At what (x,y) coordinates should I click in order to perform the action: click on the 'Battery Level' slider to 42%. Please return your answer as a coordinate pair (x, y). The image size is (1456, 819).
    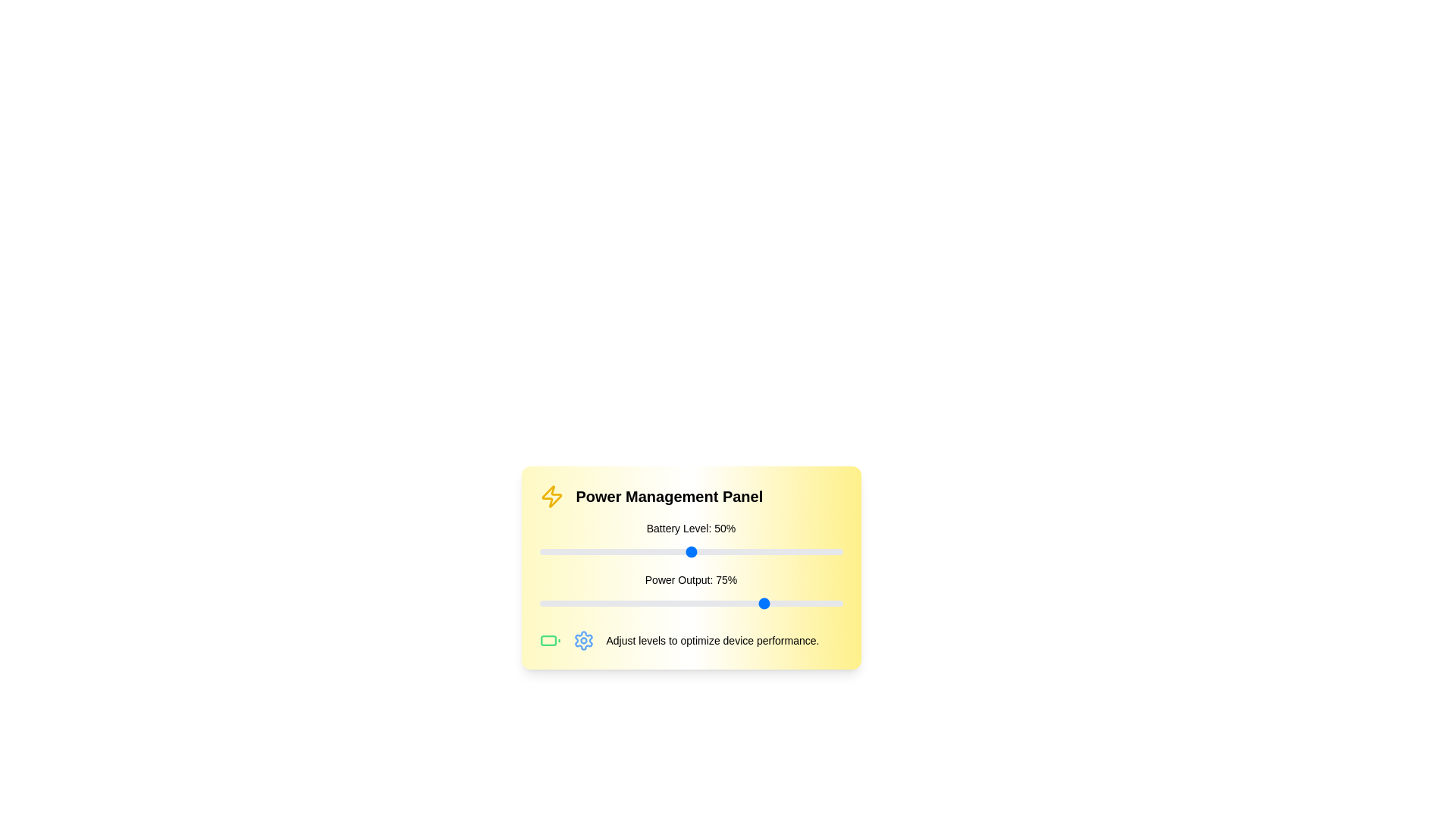
    Looking at the image, I should click on (667, 552).